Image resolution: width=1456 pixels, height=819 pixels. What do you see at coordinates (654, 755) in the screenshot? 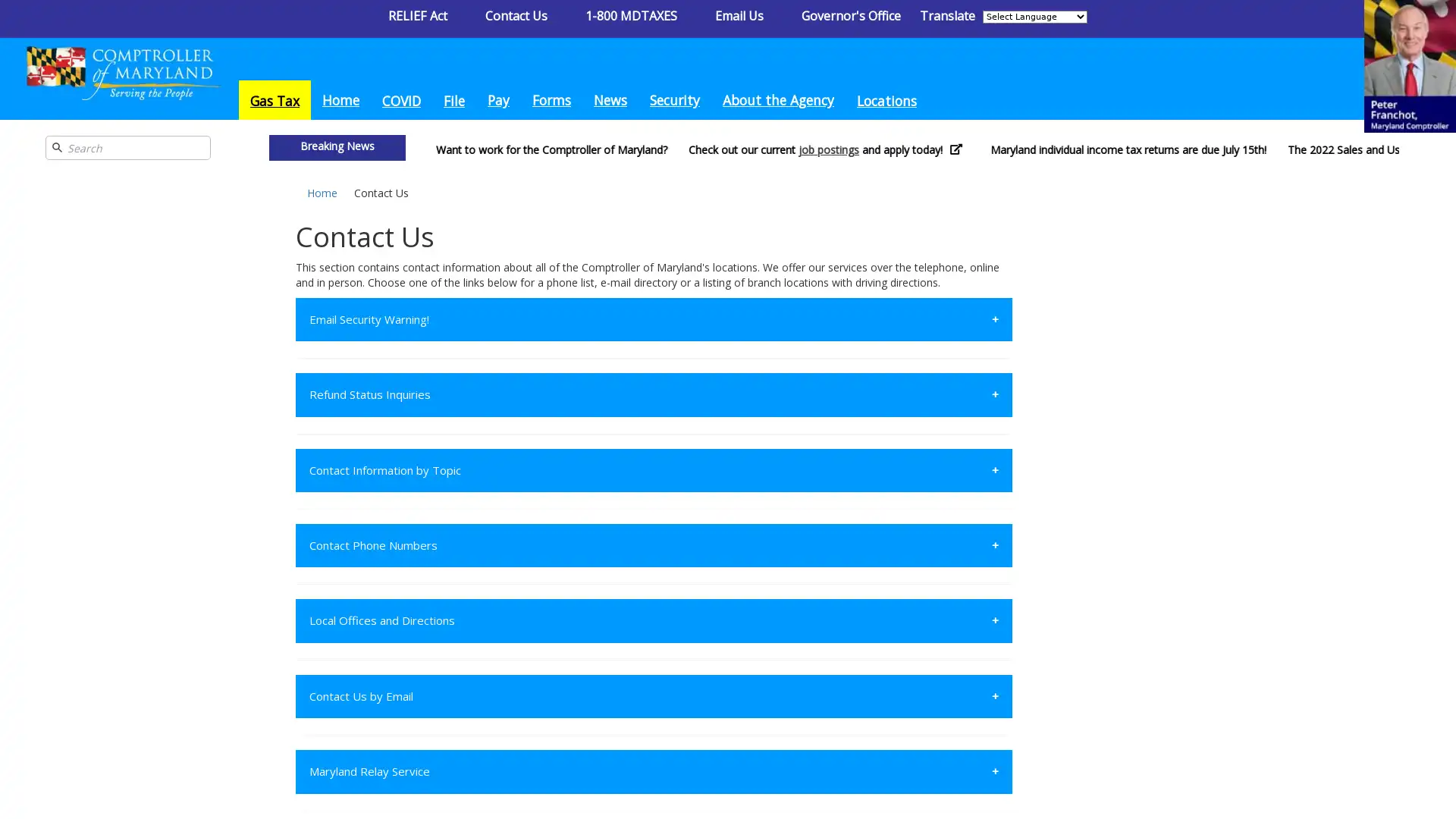
I see `Contact Estate and Inheritance Taxes +` at bounding box center [654, 755].